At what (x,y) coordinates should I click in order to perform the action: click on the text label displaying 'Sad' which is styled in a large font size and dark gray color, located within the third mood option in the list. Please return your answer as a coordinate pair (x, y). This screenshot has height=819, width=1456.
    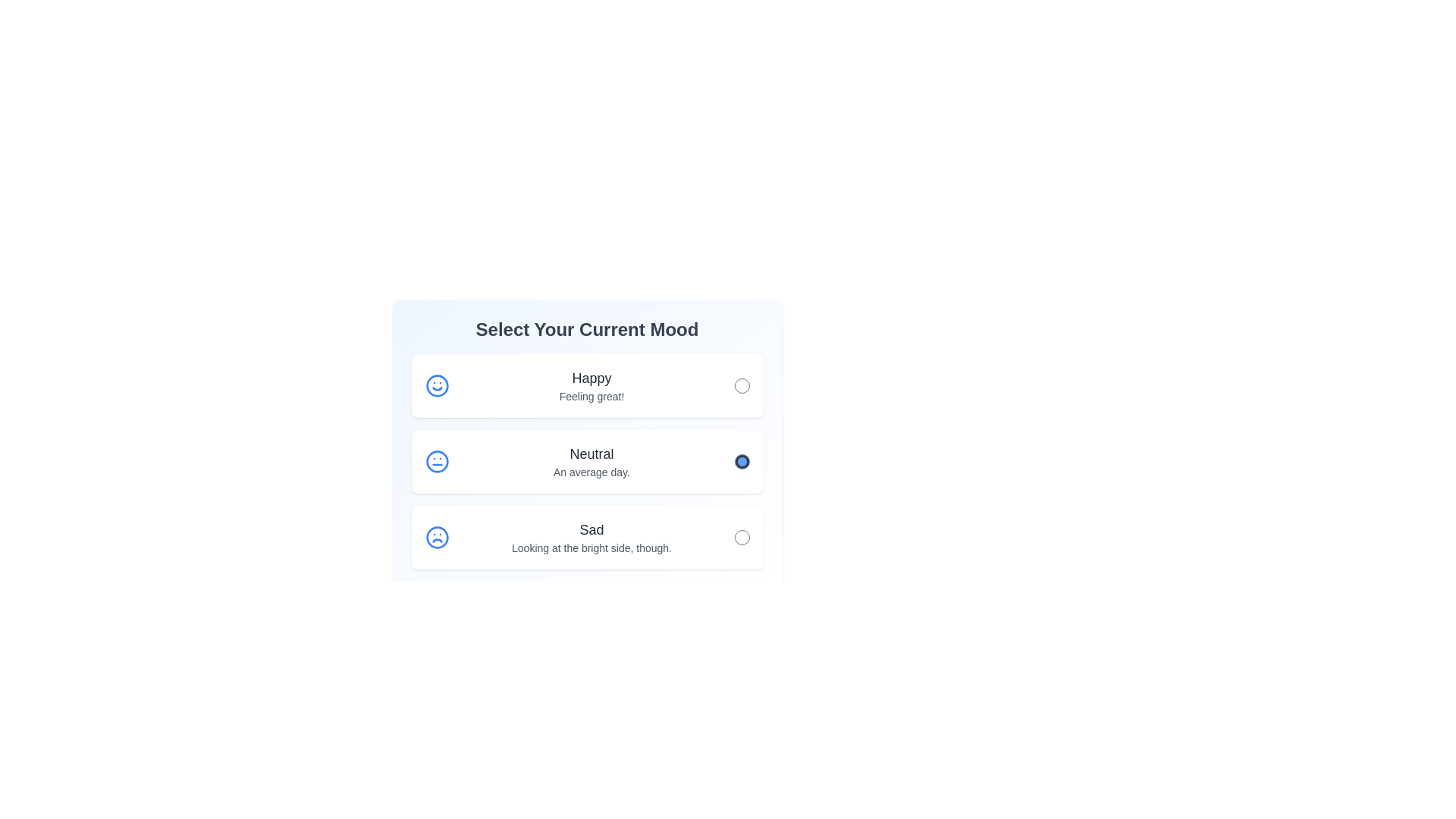
    Looking at the image, I should click on (591, 529).